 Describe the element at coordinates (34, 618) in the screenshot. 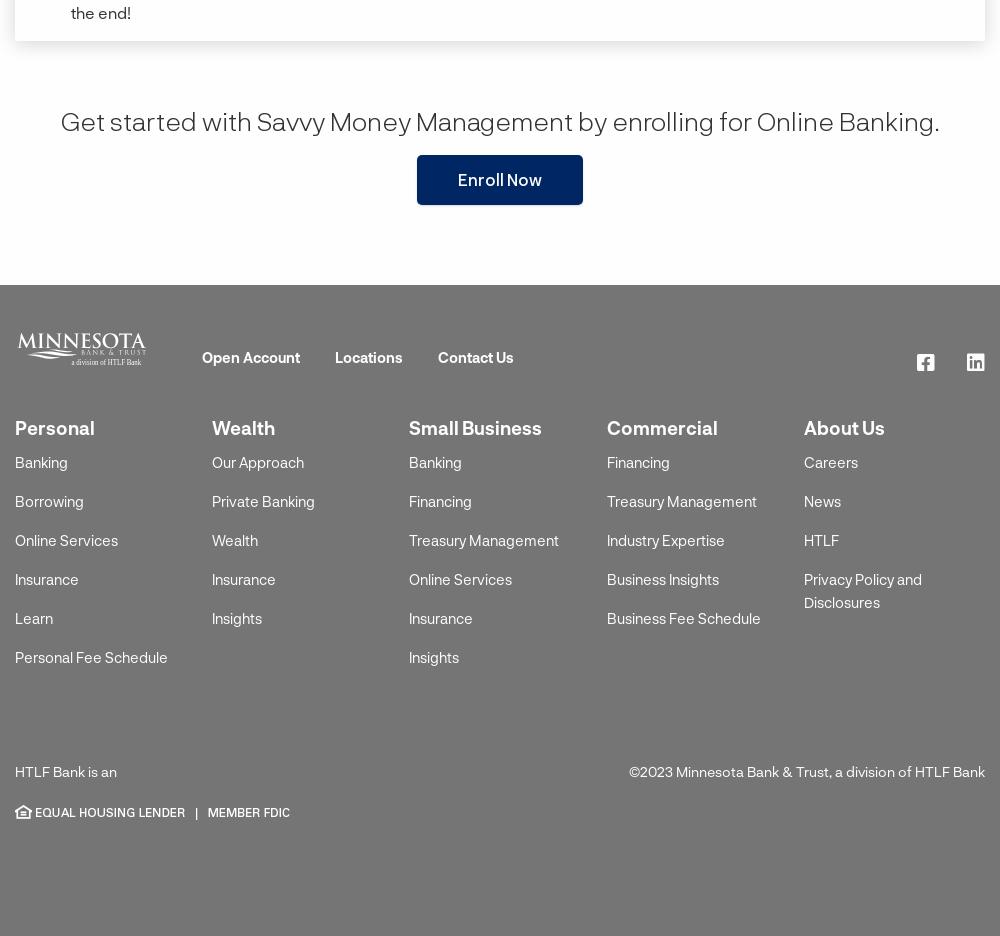

I see `'Learn'` at that location.